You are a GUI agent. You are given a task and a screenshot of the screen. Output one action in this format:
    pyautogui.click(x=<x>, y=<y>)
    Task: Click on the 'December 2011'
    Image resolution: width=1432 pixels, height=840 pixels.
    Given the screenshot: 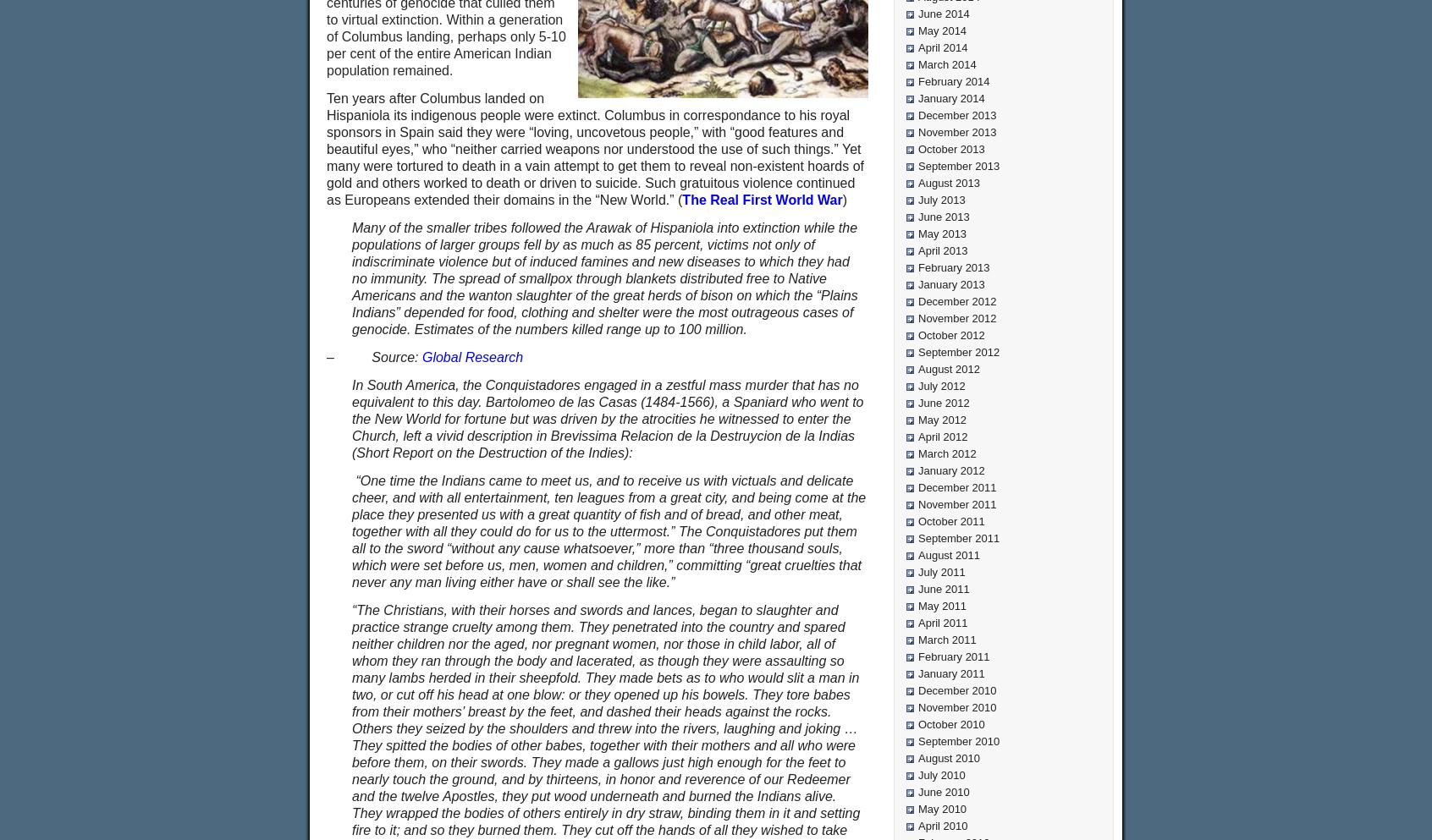 What is the action you would take?
    pyautogui.click(x=956, y=487)
    